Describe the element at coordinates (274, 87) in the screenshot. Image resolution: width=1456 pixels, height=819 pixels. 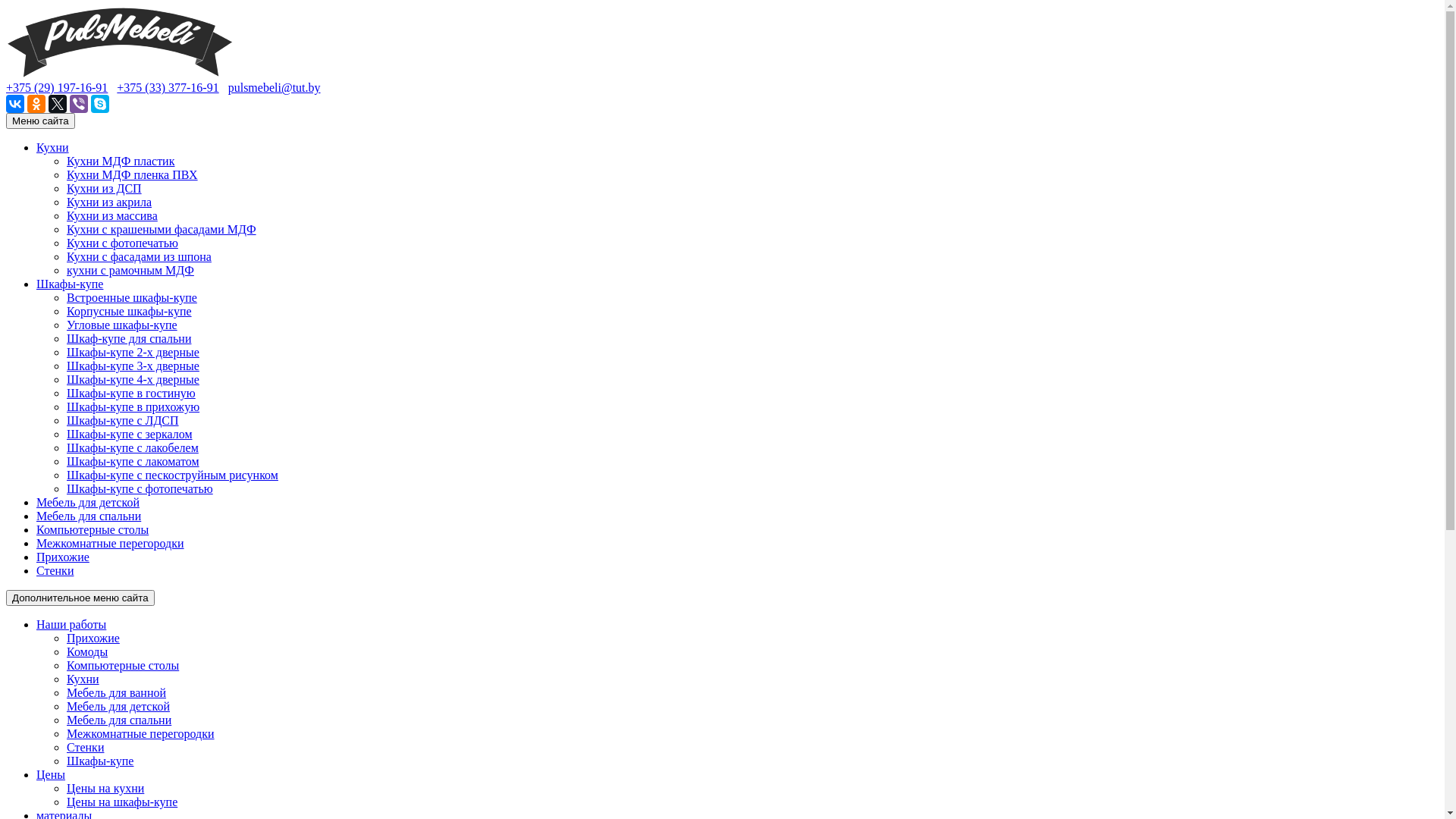
I see `'pulsmebeli@tut.by'` at that location.